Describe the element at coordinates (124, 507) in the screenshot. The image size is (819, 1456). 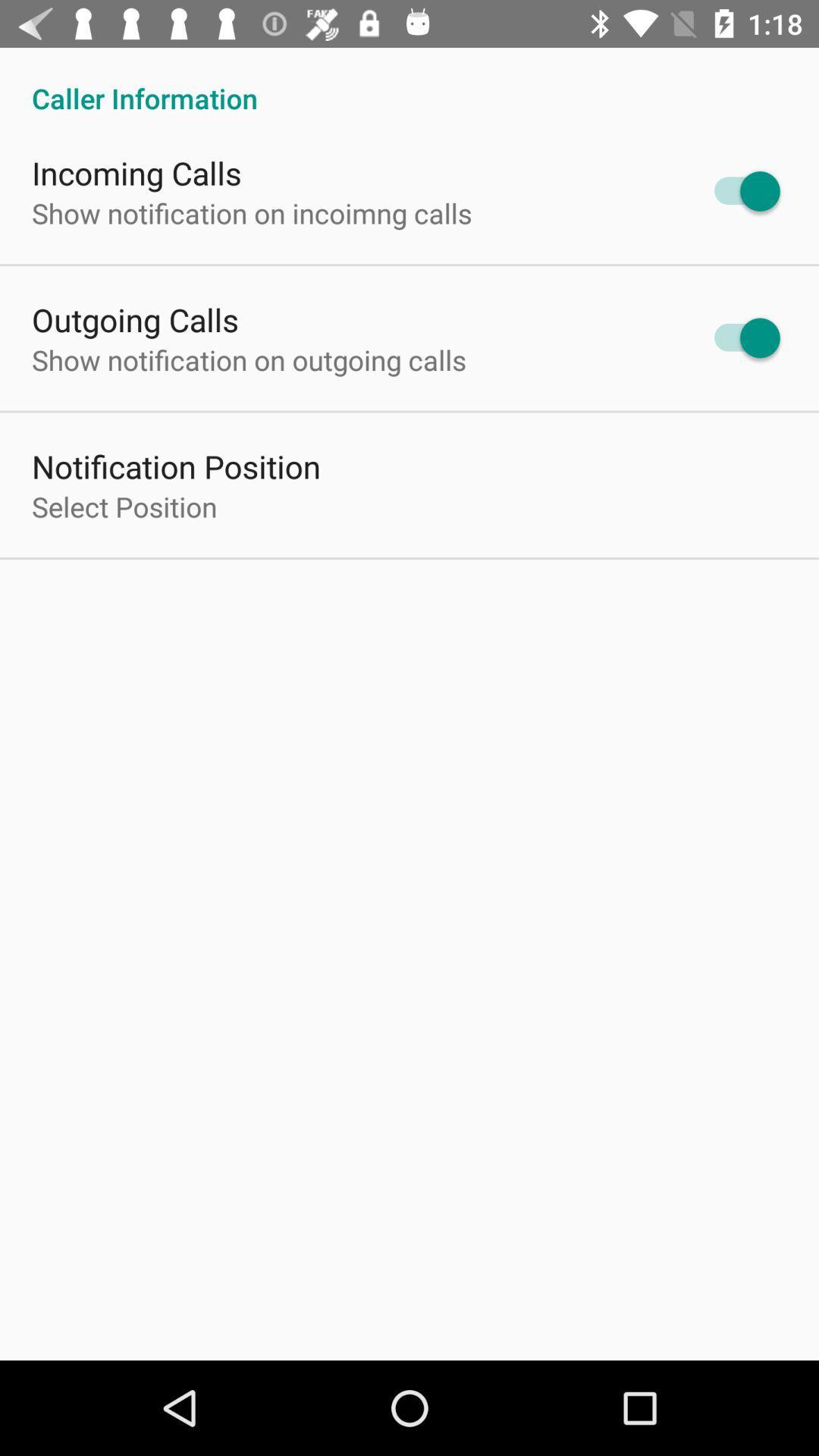
I see `the item below the notification position icon` at that location.